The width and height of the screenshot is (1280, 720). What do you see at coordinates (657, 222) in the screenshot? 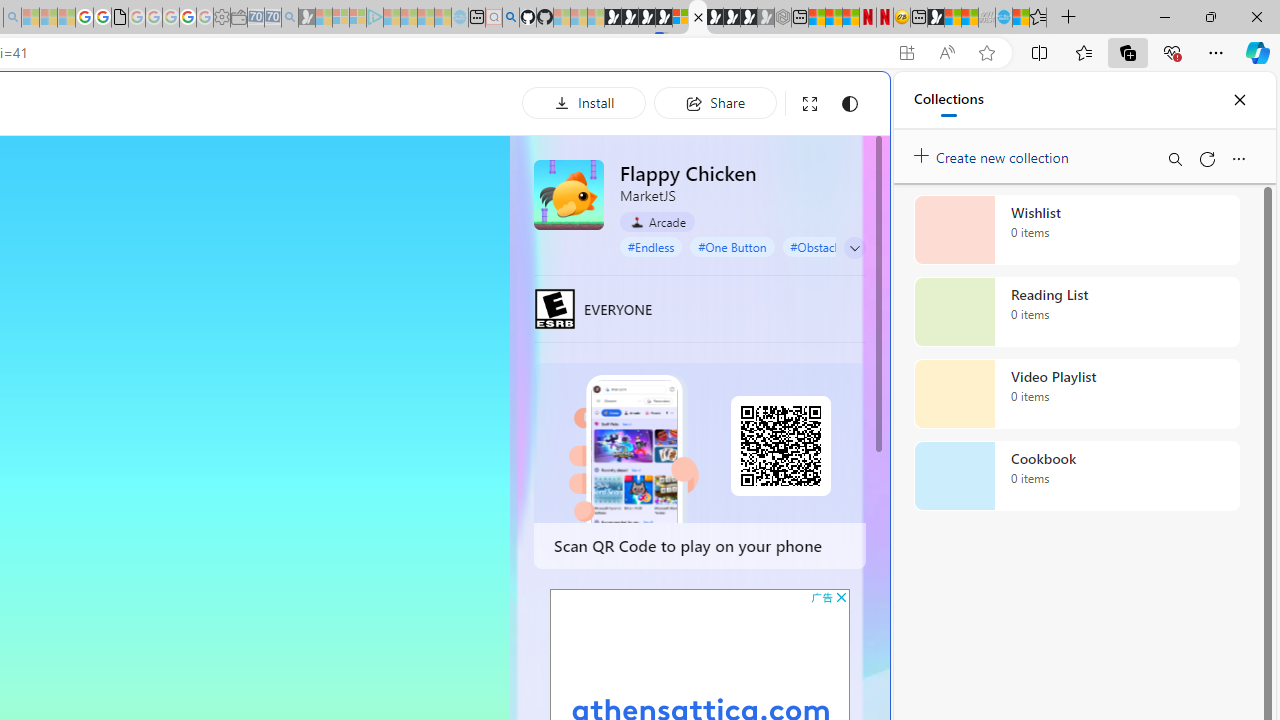
I see `'Arcade'` at bounding box center [657, 222].